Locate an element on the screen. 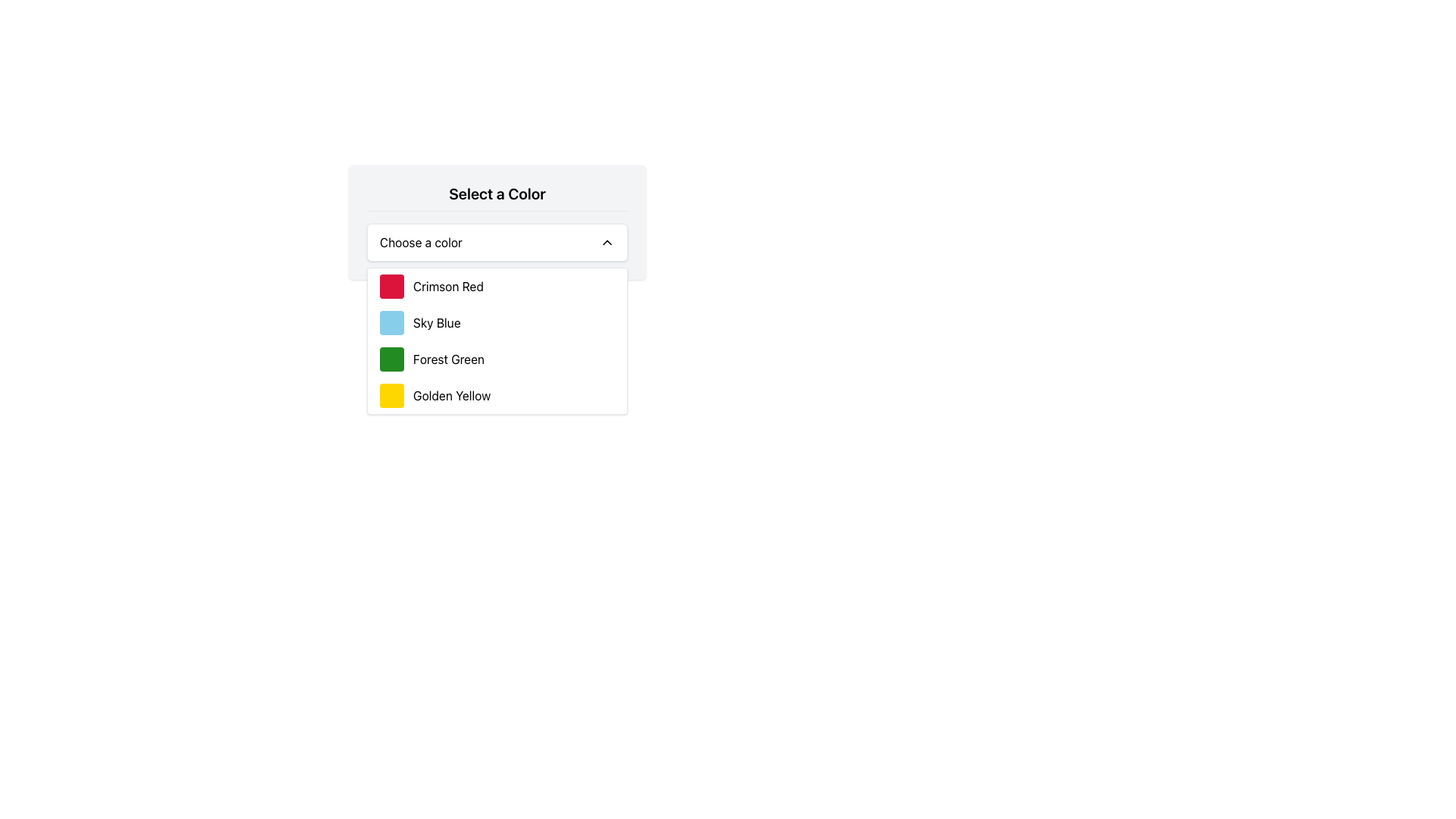 The image size is (1456, 819). to select the 'Golden Yellow' option from the dropdown menu, which is the fourth entry in the list below 'Forest Green' is located at coordinates (497, 394).